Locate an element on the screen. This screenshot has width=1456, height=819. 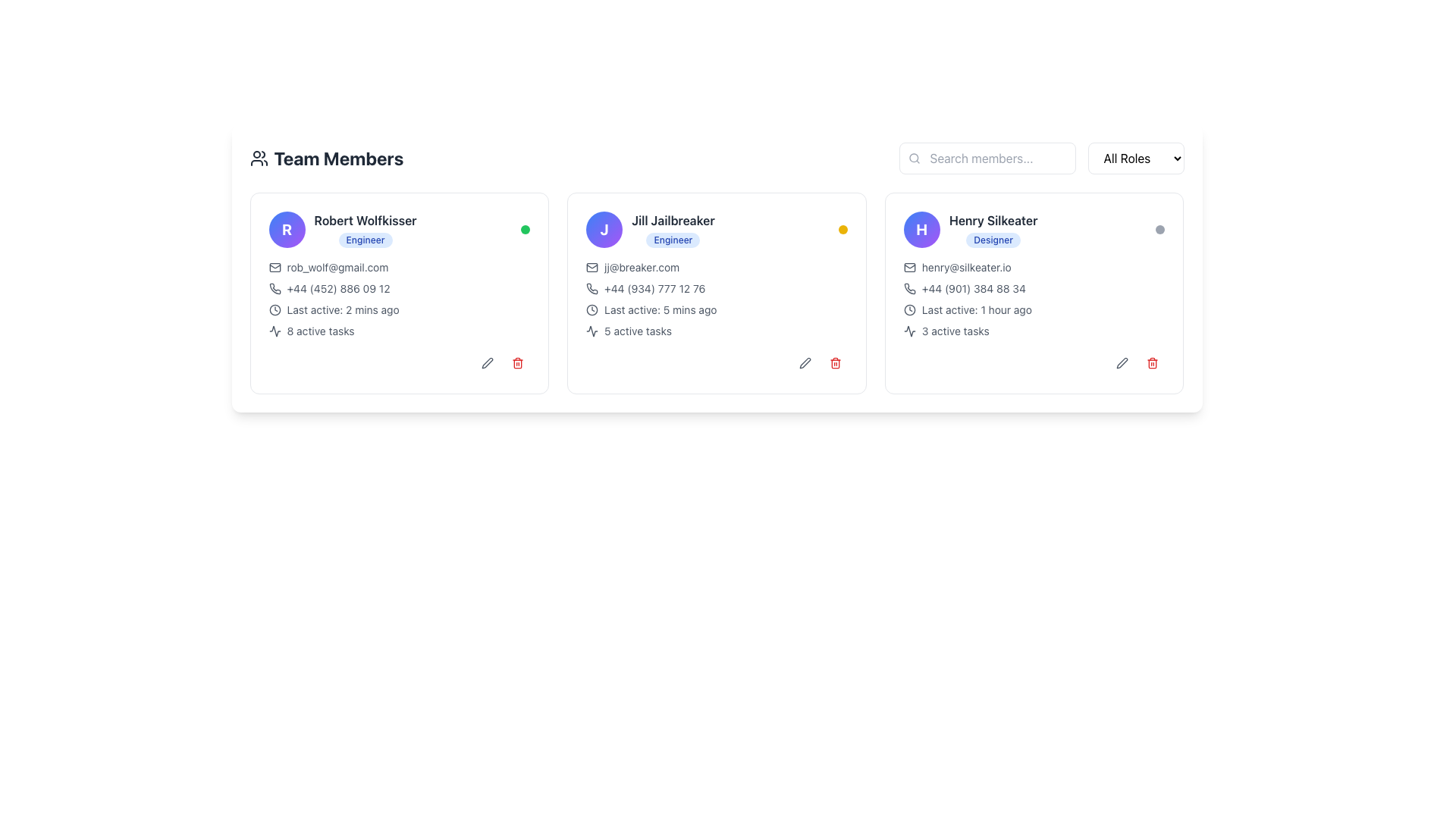
the delete icon button located at the bottom-right corner of the card representing 'Robert Wolfkisser' is located at coordinates (518, 362).